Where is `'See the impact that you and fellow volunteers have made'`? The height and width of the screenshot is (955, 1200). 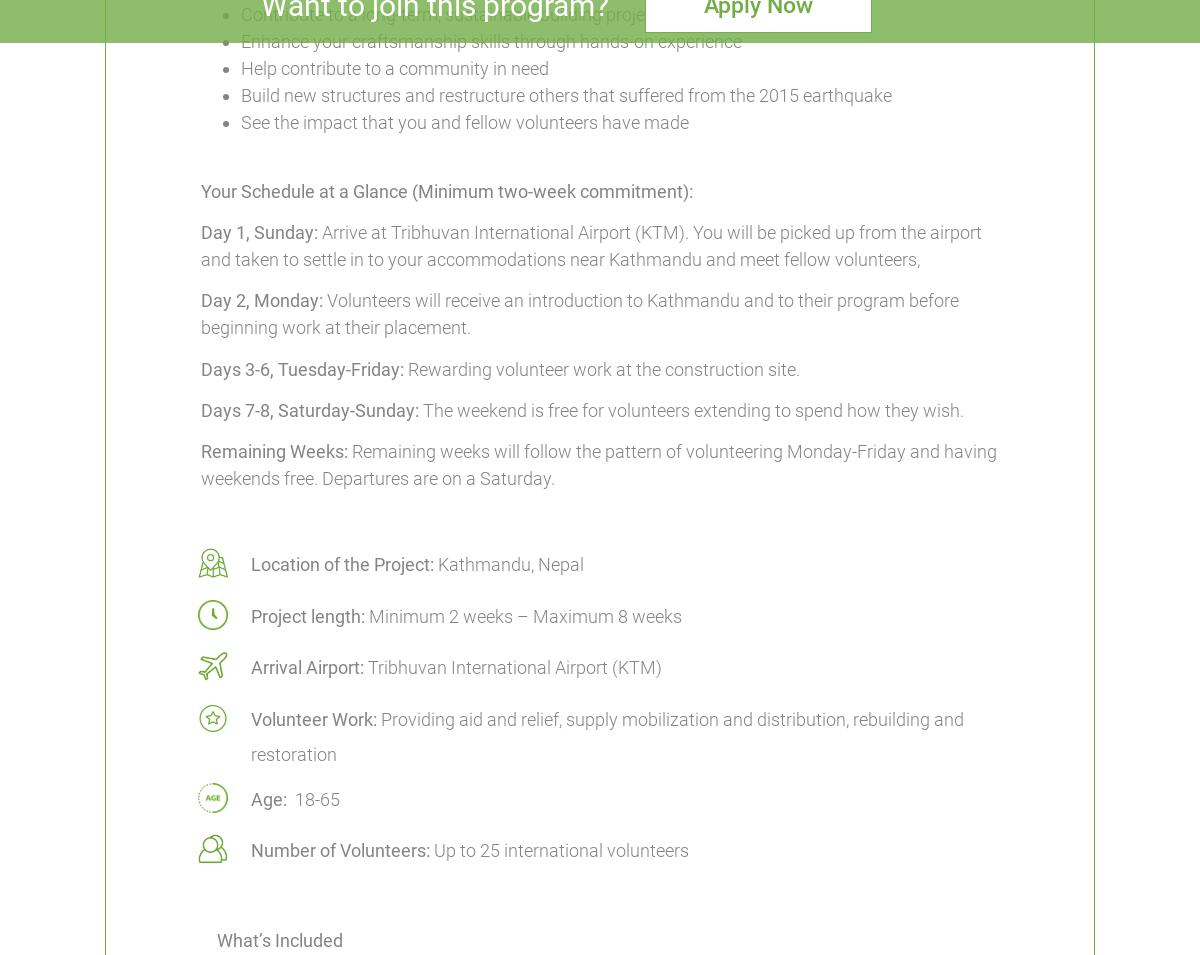 'See the impact that you and fellow volunteers have made' is located at coordinates (239, 121).